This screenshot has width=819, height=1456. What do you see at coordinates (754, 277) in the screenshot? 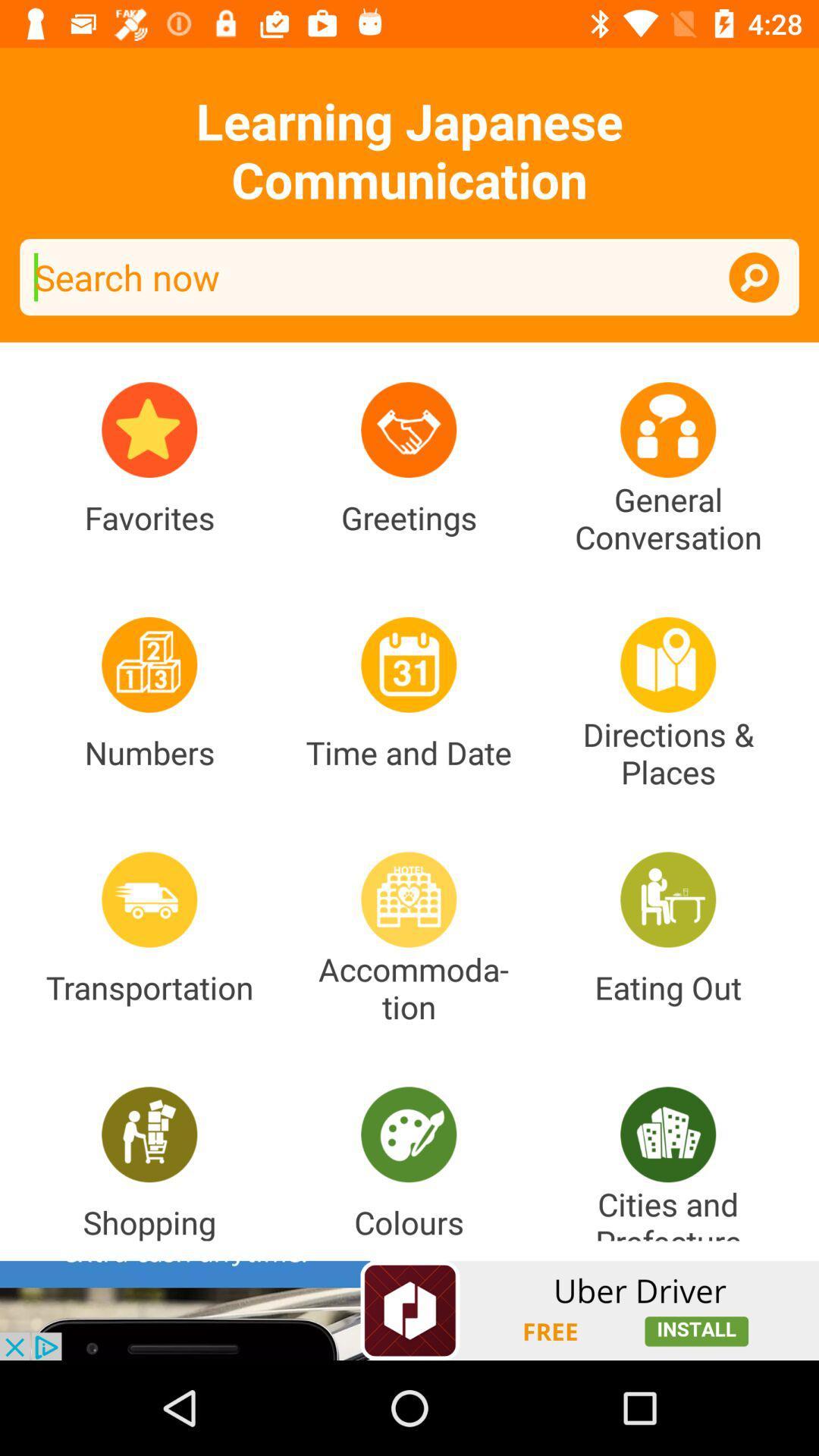
I see `activate the search` at bounding box center [754, 277].